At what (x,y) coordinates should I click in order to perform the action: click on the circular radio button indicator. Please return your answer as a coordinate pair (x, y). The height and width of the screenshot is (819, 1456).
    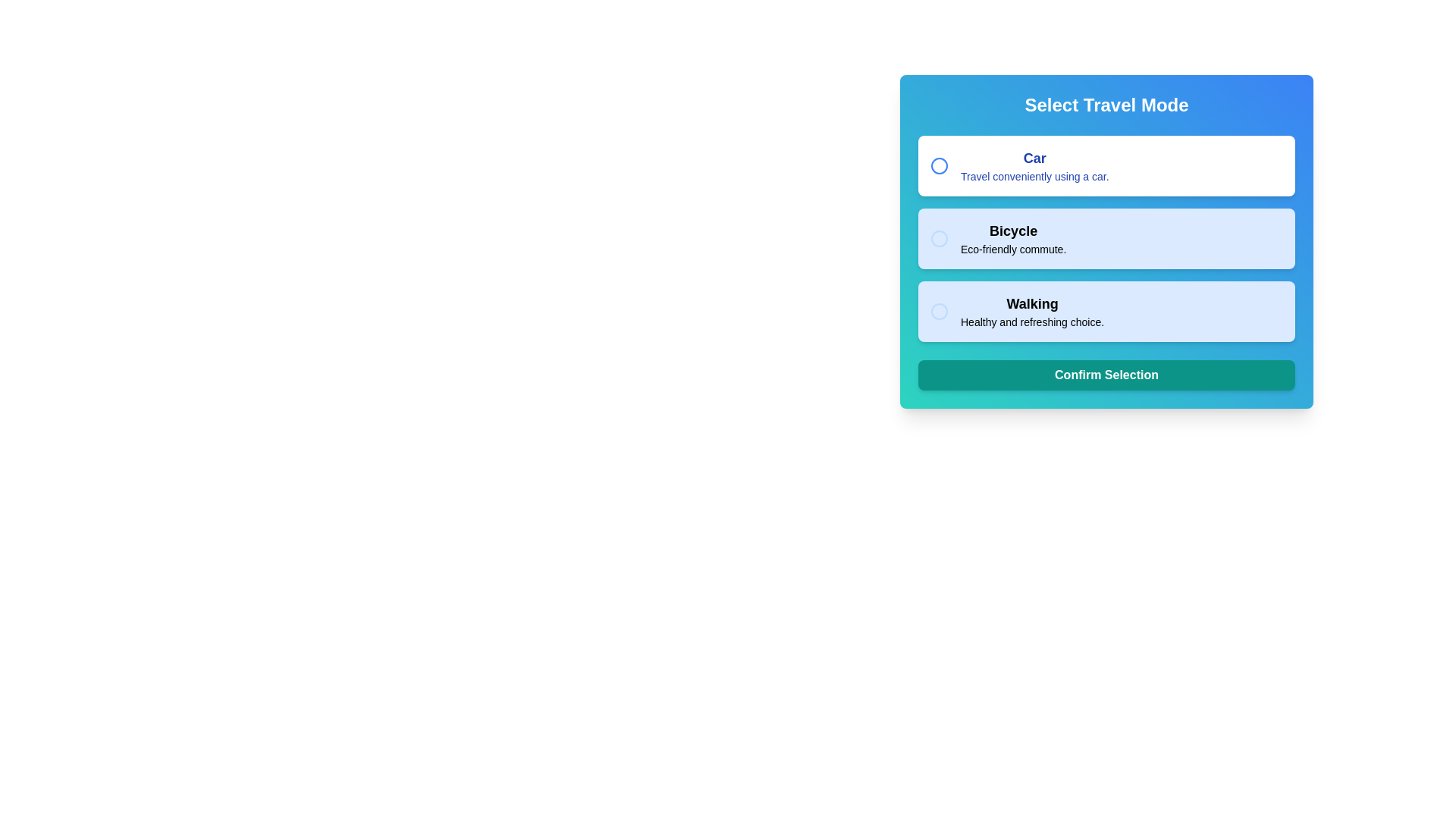
    Looking at the image, I should click on (938, 166).